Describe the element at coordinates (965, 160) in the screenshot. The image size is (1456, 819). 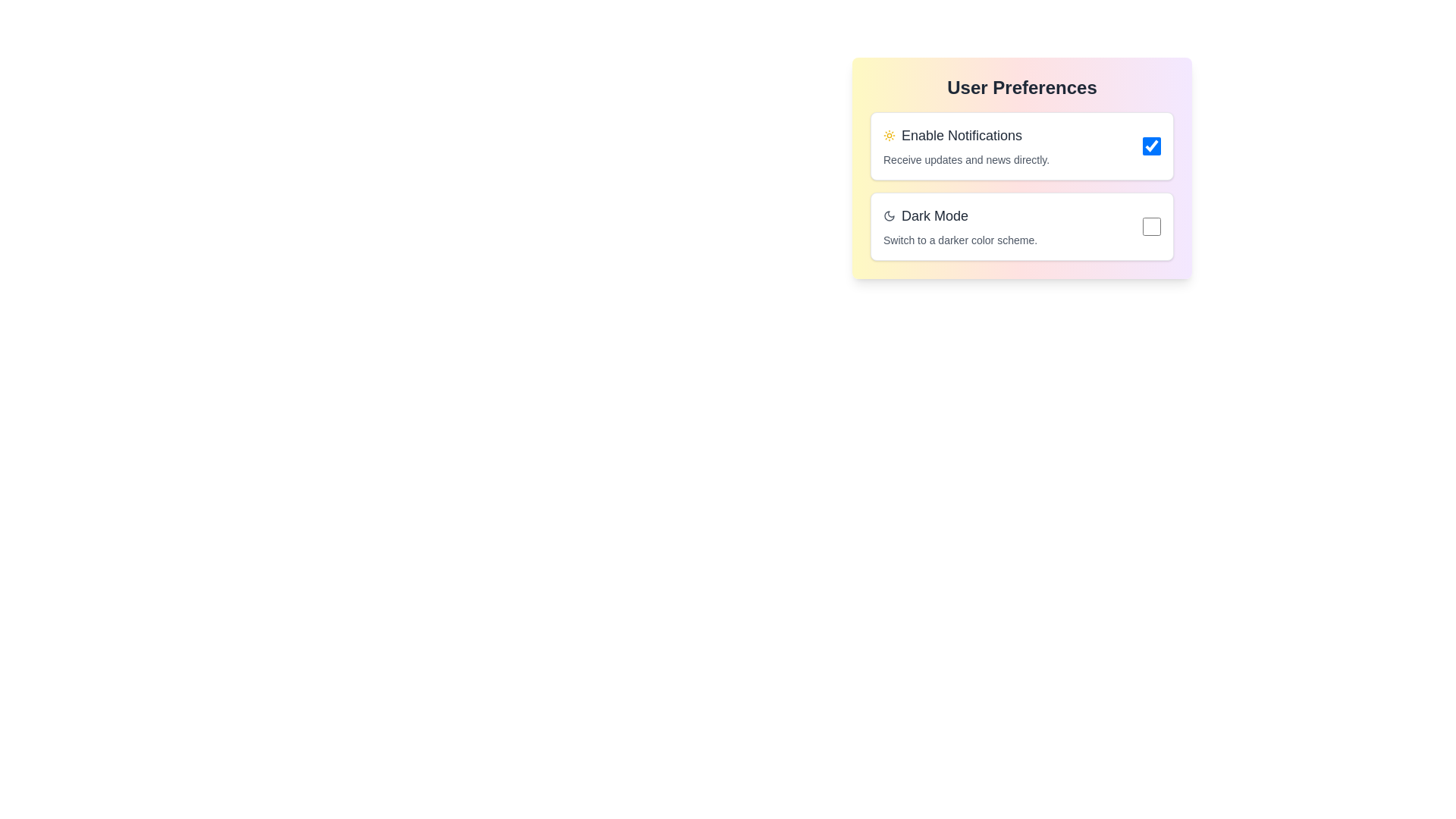
I see `the descriptive label located directly below the 'Enable Notifications' text, which provides details about the toggle option above it` at that location.